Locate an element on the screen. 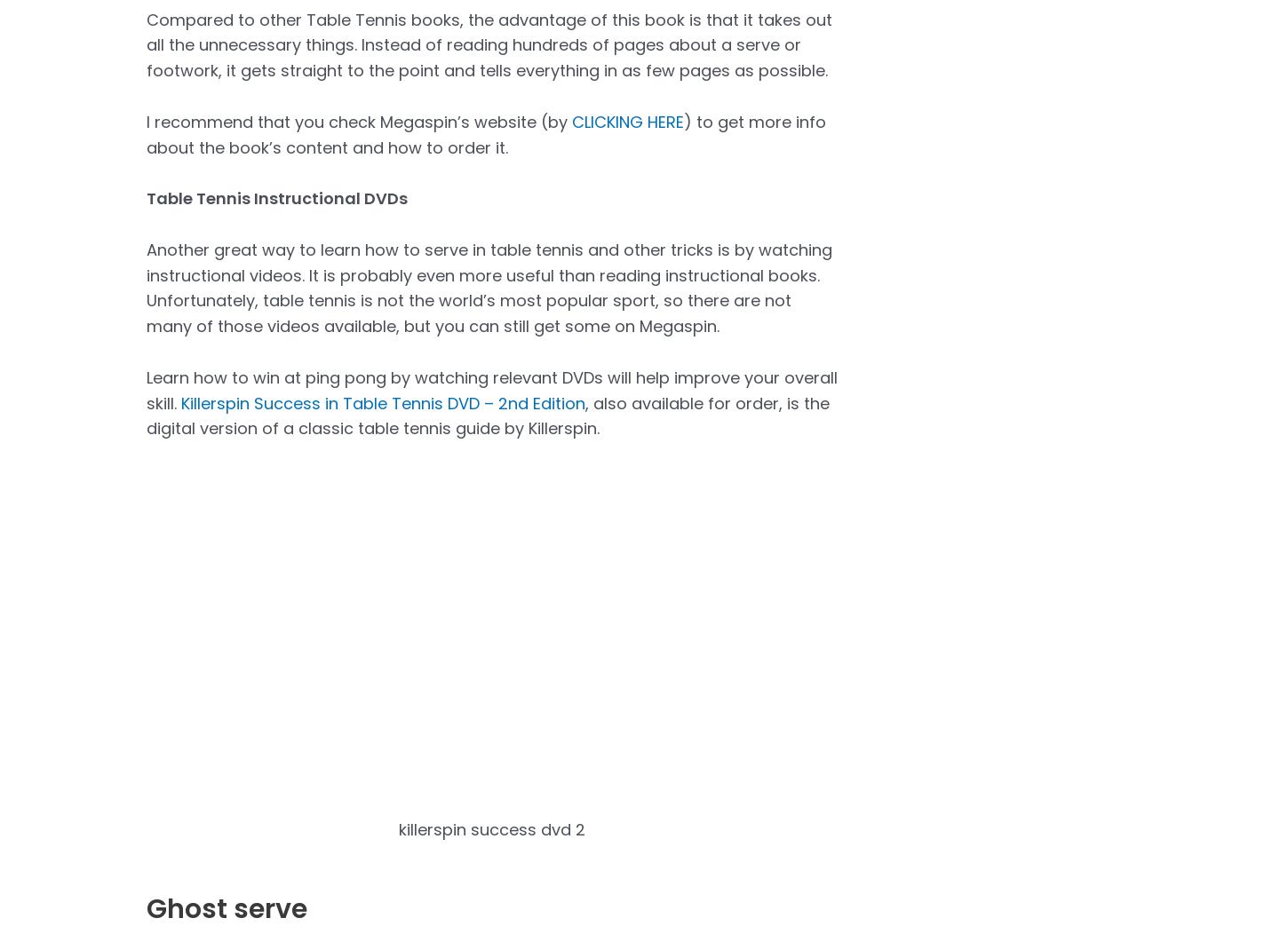  'I recommend that you check Megaspin’s website (by' is located at coordinates (358, 121).